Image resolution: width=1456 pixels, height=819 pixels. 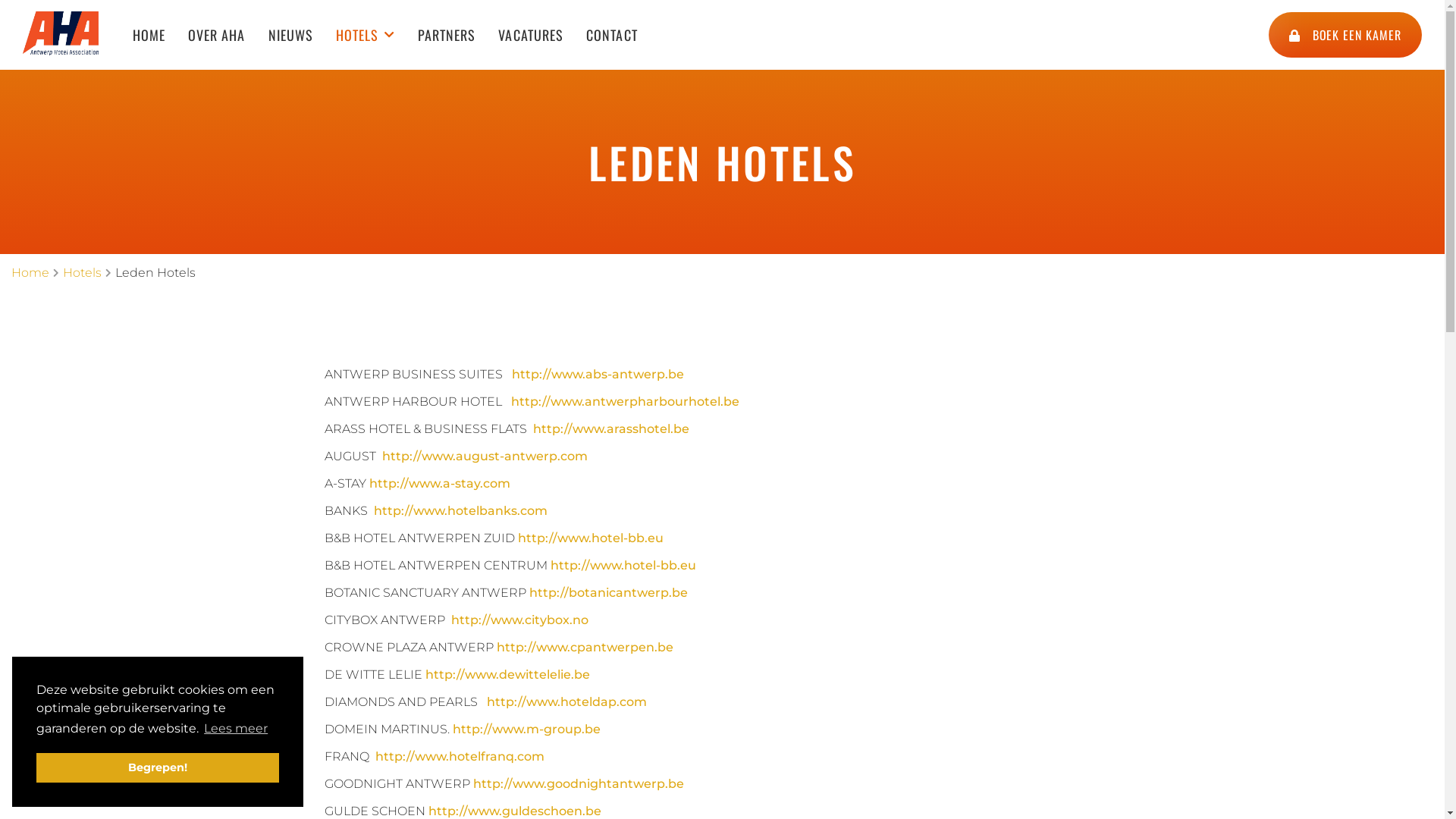 What do you see at coordinates (507, 673) in the screenshot?
I see `'http://www.dewittelelie.be'` at bounding box center [507, 673].